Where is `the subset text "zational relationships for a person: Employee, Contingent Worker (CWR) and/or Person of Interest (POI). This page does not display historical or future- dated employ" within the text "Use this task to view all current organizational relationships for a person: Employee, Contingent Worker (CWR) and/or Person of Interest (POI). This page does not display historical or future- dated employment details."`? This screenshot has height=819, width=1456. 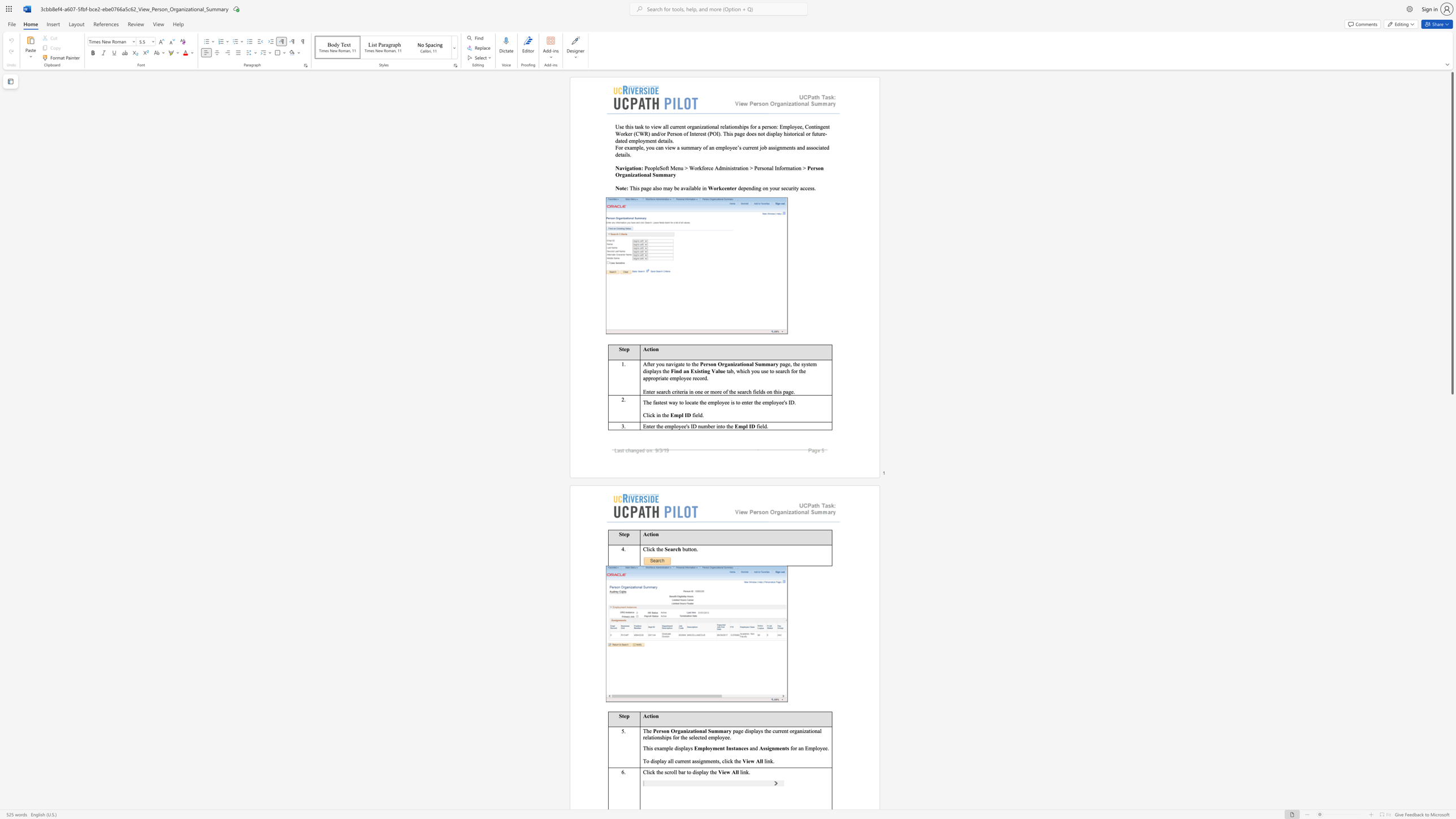 the subset text "zational relationships for a person: Employee, Contingent Worker (CWR) and/or Person of Interest (POI). This page does not display historical or future- dated employ" within the text "Use this task to view all current organizational relationships for a person: Employee, Contingent Worker (CWR) and/or Person of Interest (POI). This page does not display historical or future- dated employment details." is located at coordinates (701, 126).